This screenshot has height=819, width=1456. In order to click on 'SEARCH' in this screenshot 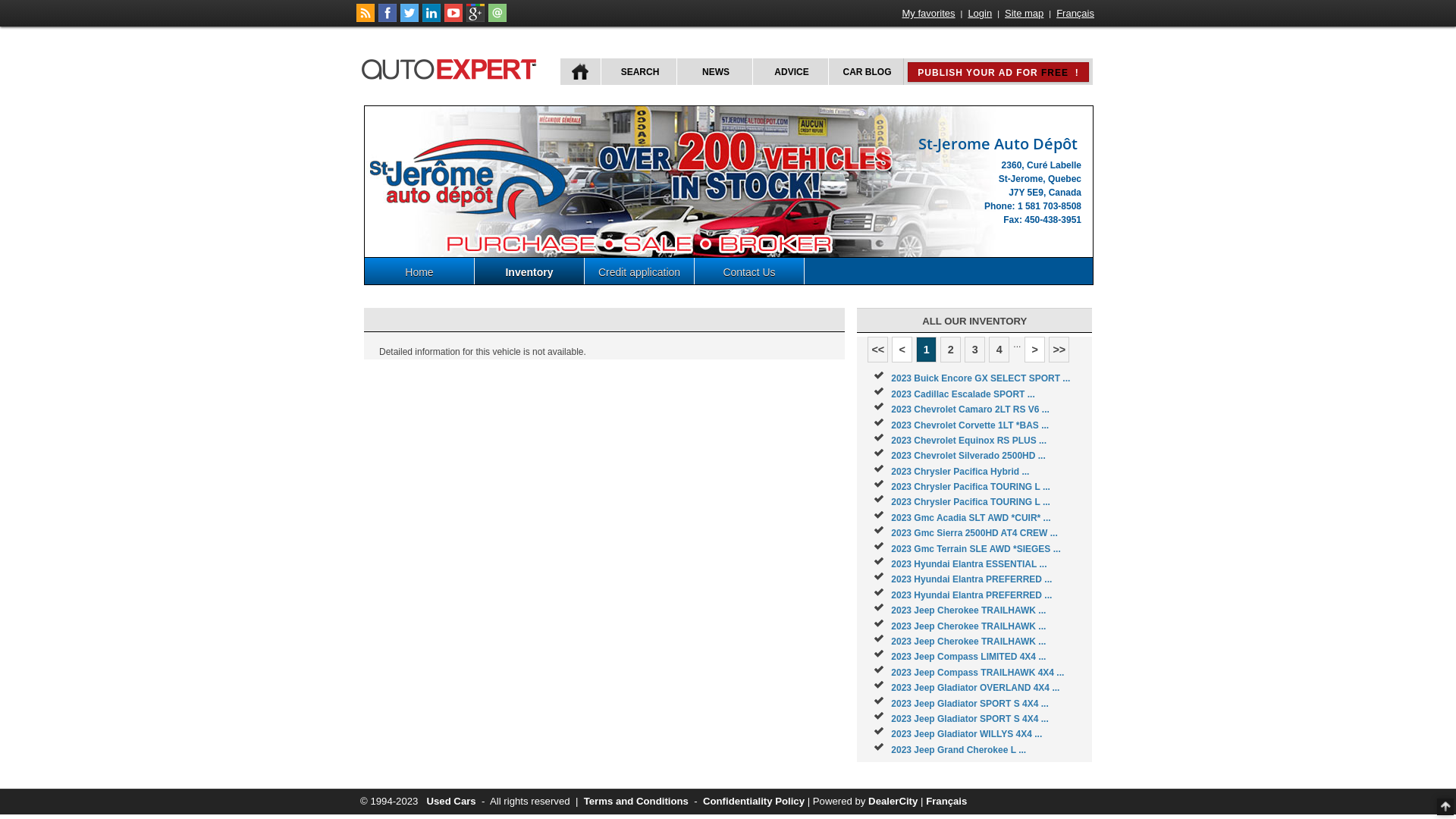, I will do `click(638, 71)`.